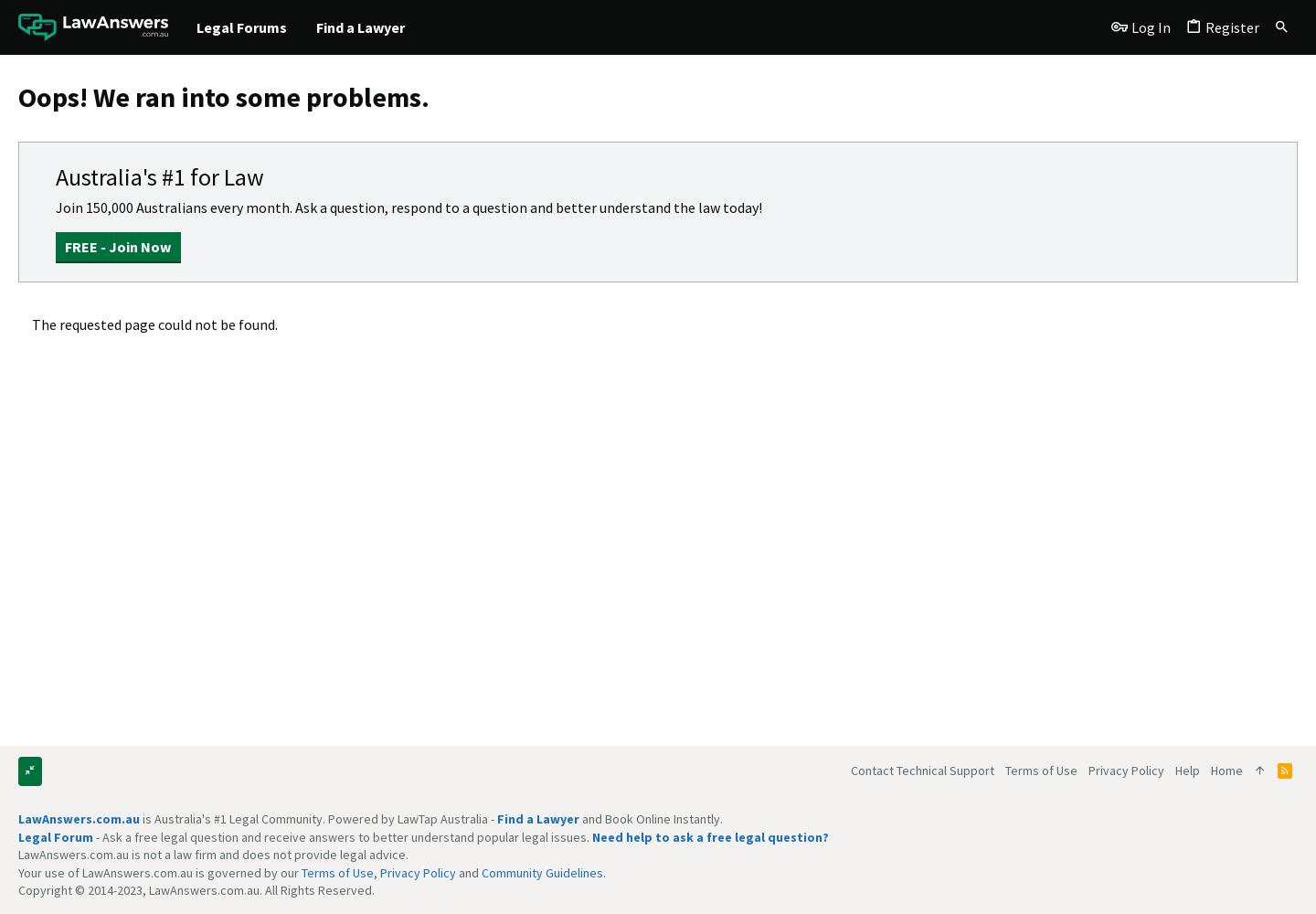 The width and height of the screenshot is (1316, 914). What do you see at coordinates (372, 871) in the screenshot?
I see `','` at bounding box center [372, 871].